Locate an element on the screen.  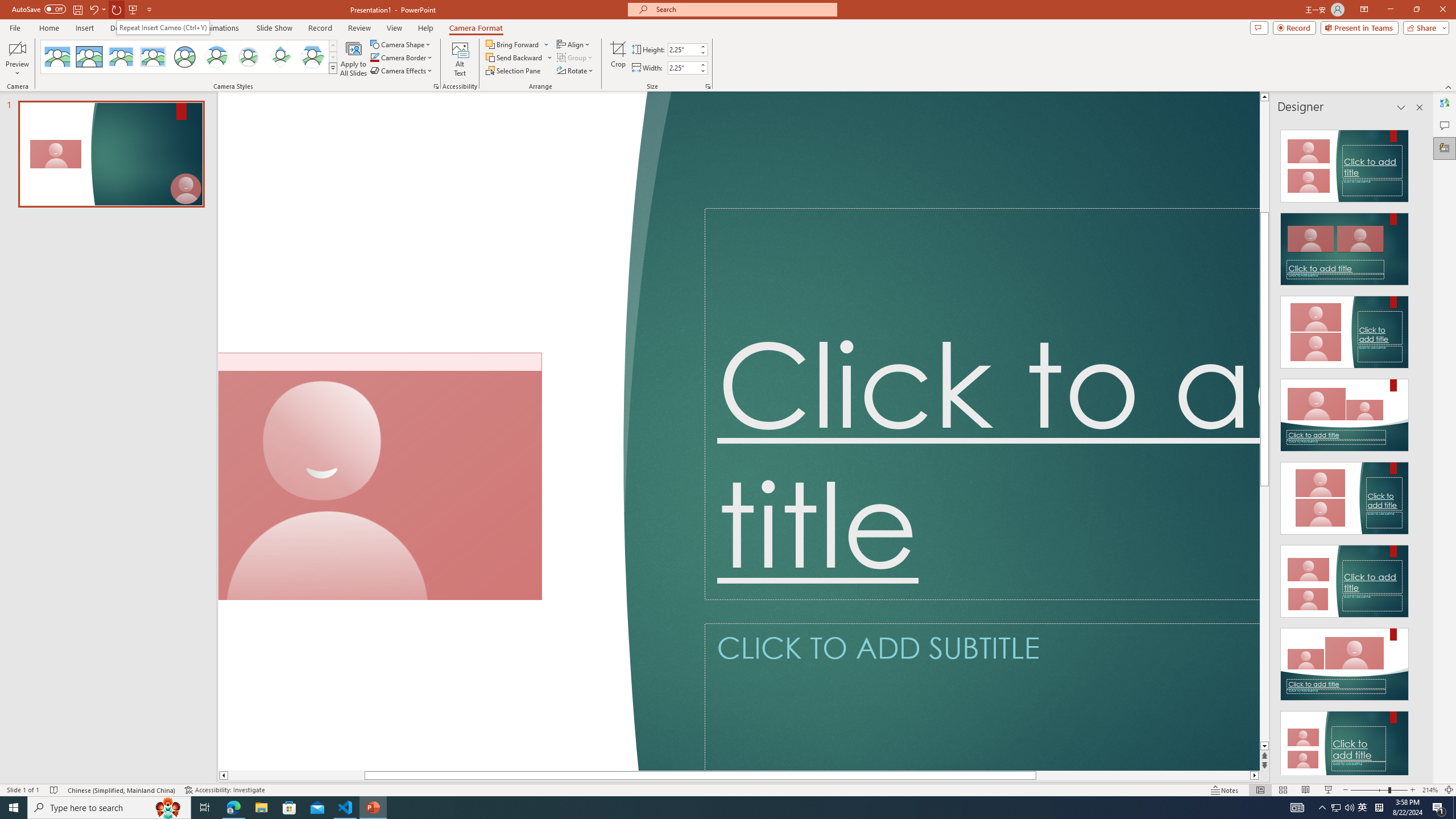
'Reading View' is located at coordinates (1305, 790).